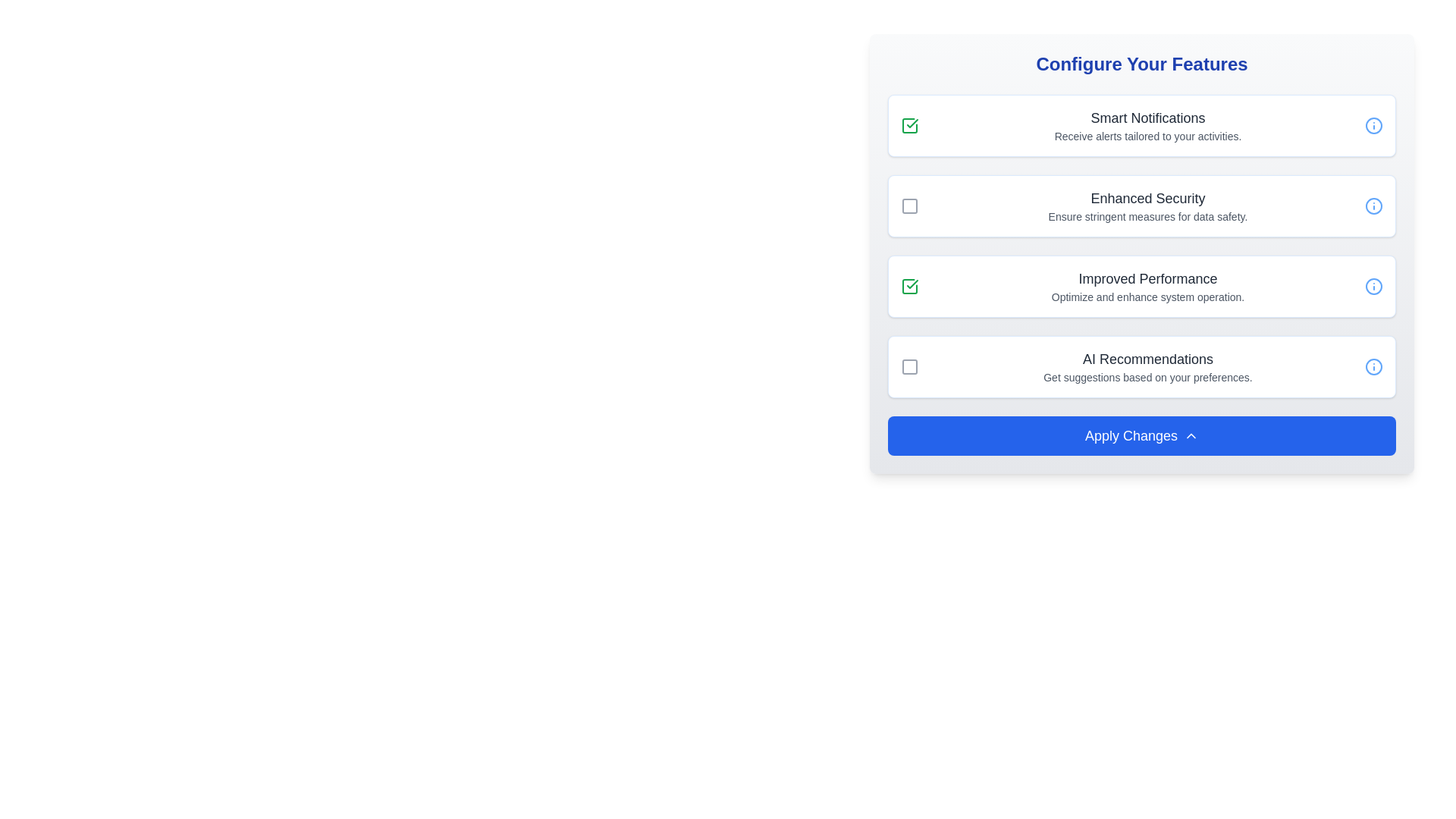 This screenshot has height=819, width=1456. I want to click on the checkbox in the 'AI Recommendations' section, so click(1142, 366).